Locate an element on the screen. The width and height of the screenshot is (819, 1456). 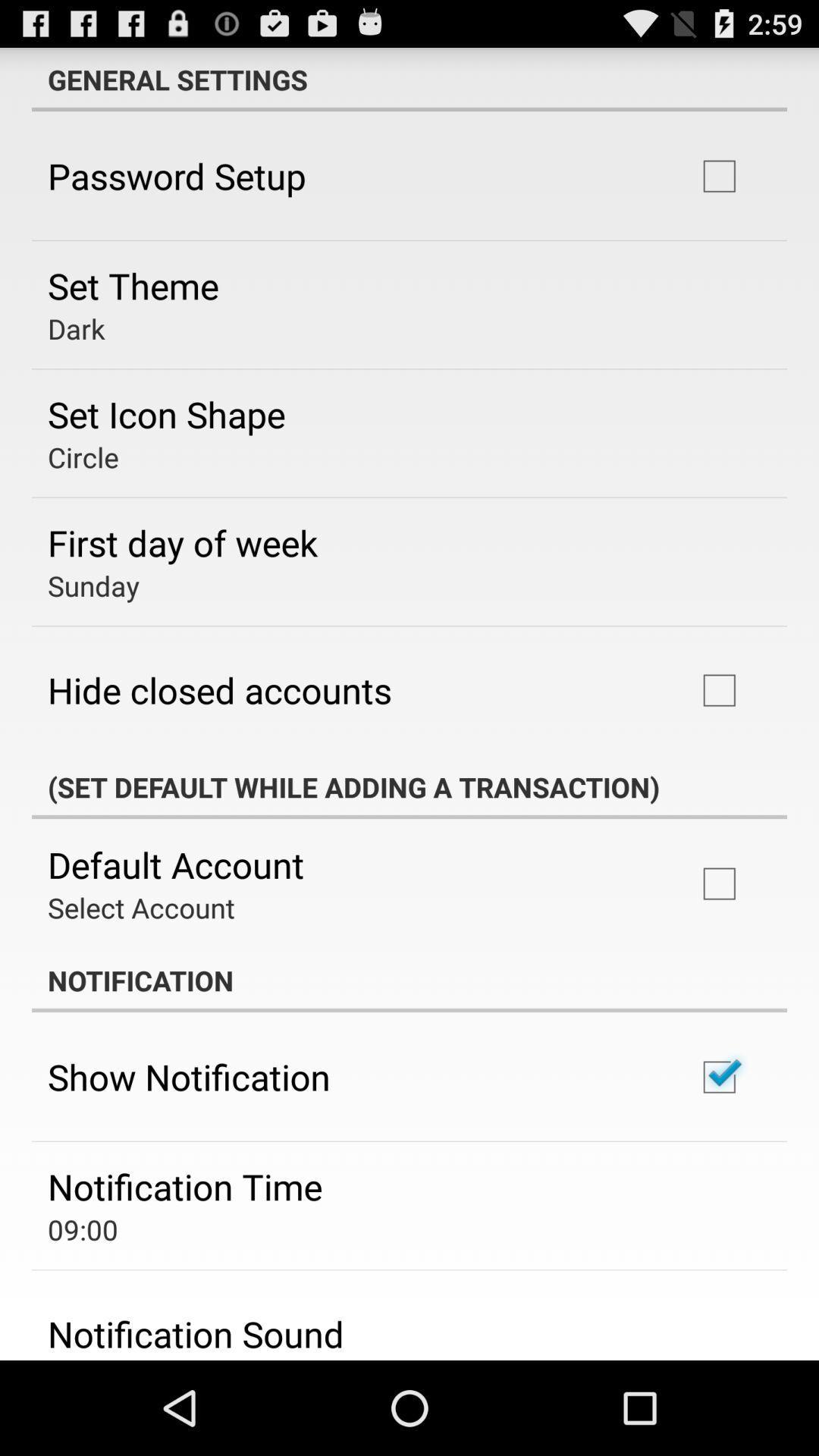
set icon shape item is located at coordinates (166, 414).